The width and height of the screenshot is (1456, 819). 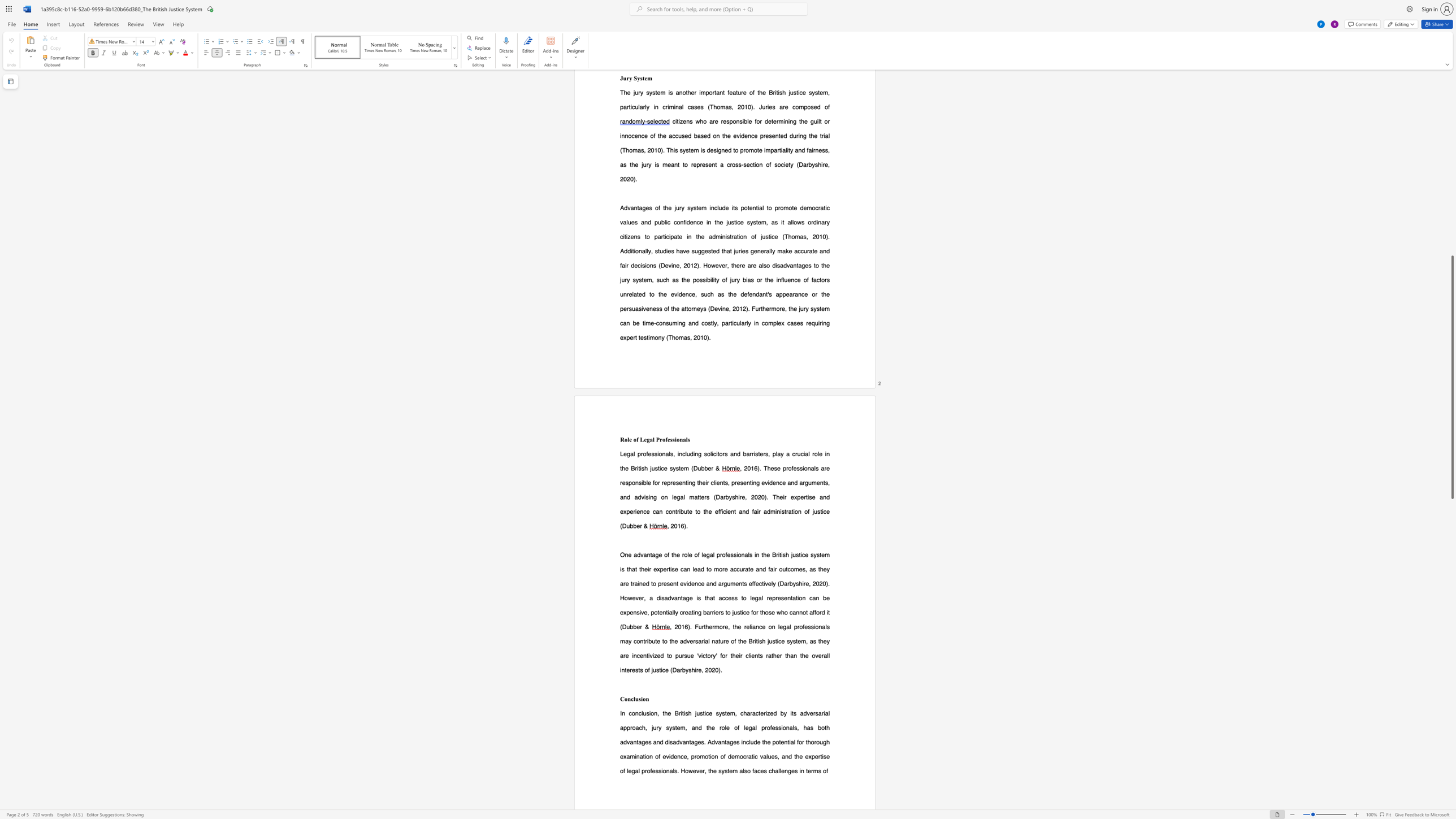 I want to click on the subset text "e efficient and fair administration o" within the text "and experience can contribute to the efficient and fair administration of justice", so click(x=708, y=511).